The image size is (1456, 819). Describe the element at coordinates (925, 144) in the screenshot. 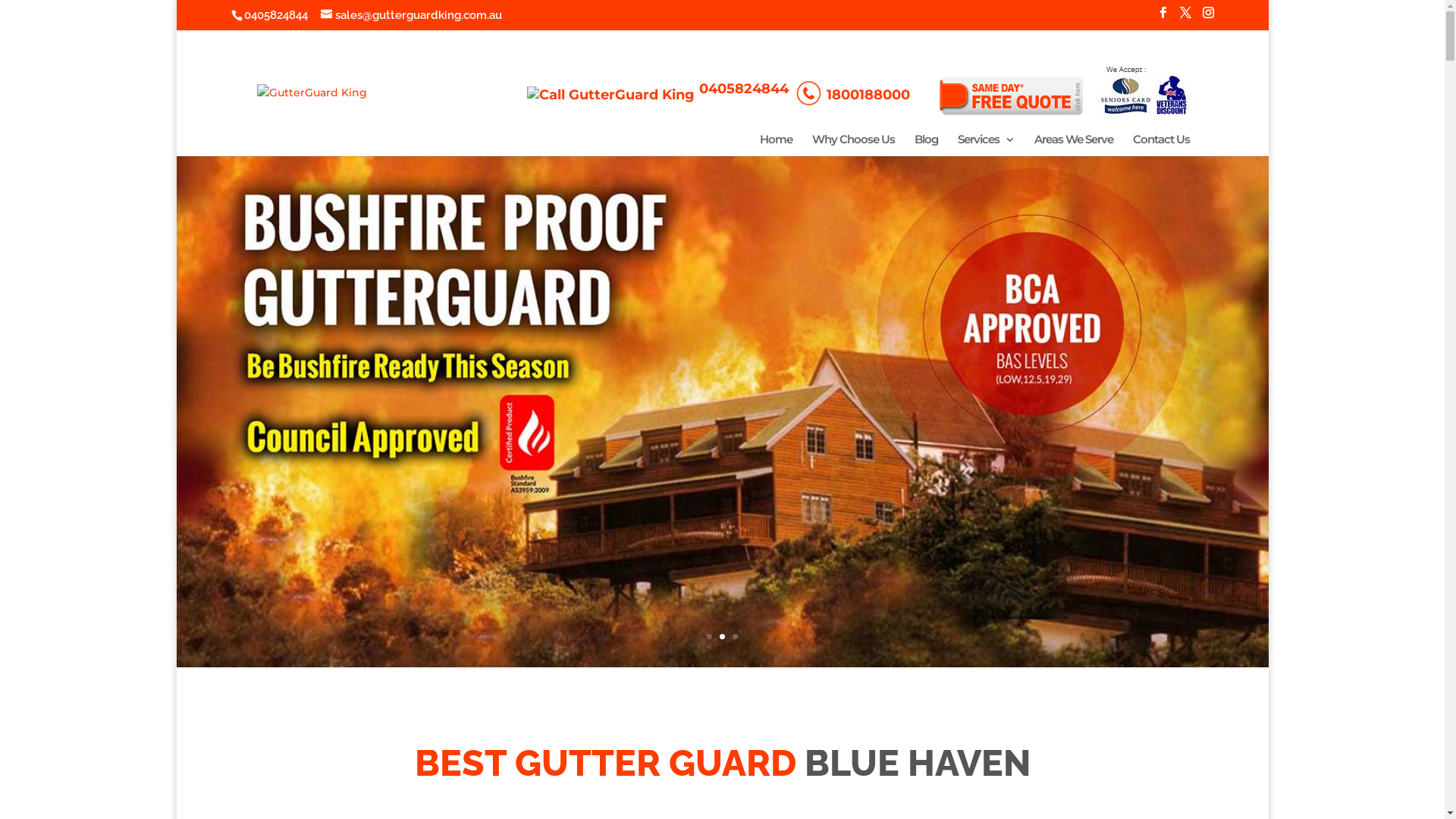

I see `'Blog'` at that location.